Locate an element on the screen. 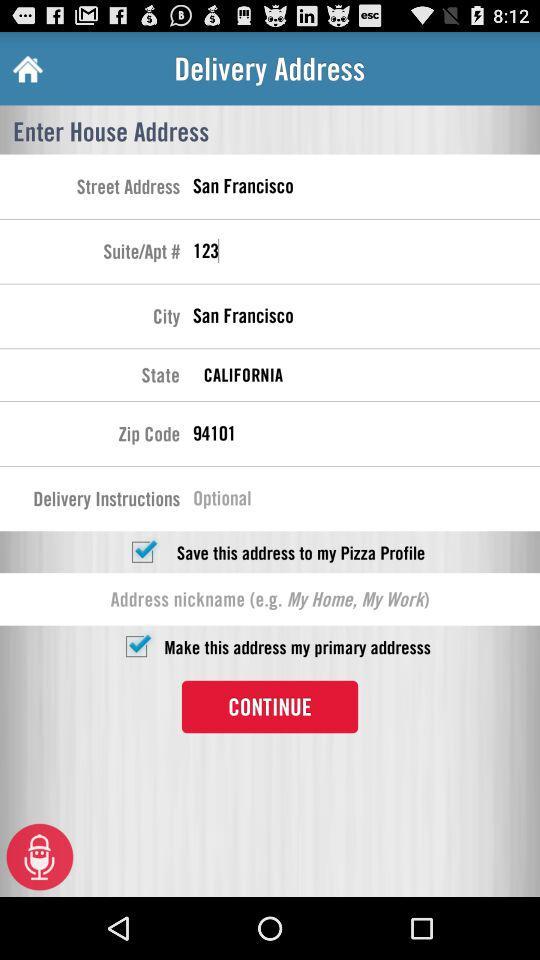 This screenshot has height=960, width=540. delivery instructions is located at coordinates (365, 500).